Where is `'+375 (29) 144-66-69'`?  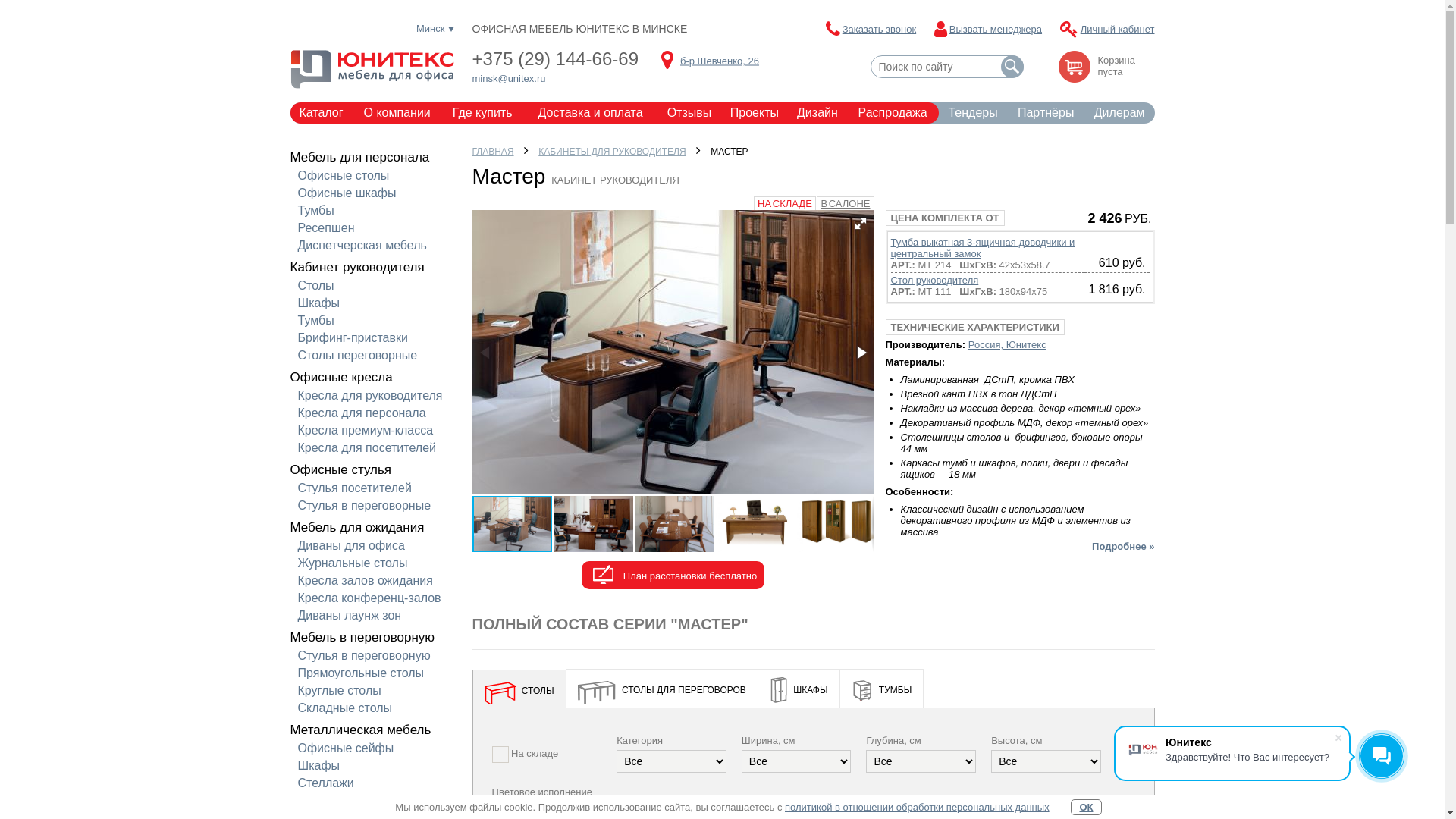
'+375 (29) 144-66-69' is located at coordinates (554, 58).